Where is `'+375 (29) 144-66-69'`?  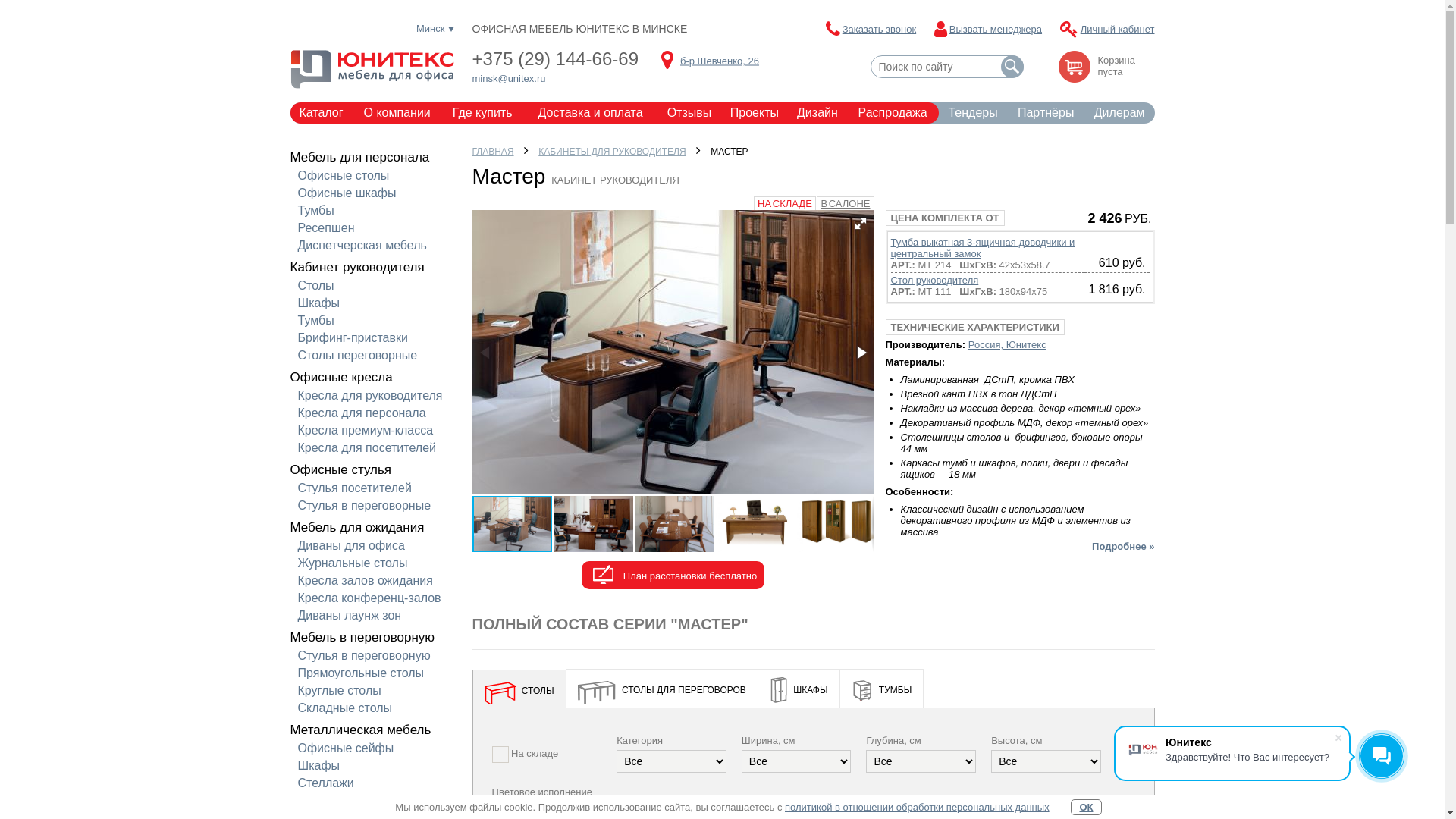
'+375 (29) 144-66-69' is located at coordinates (554, 58).